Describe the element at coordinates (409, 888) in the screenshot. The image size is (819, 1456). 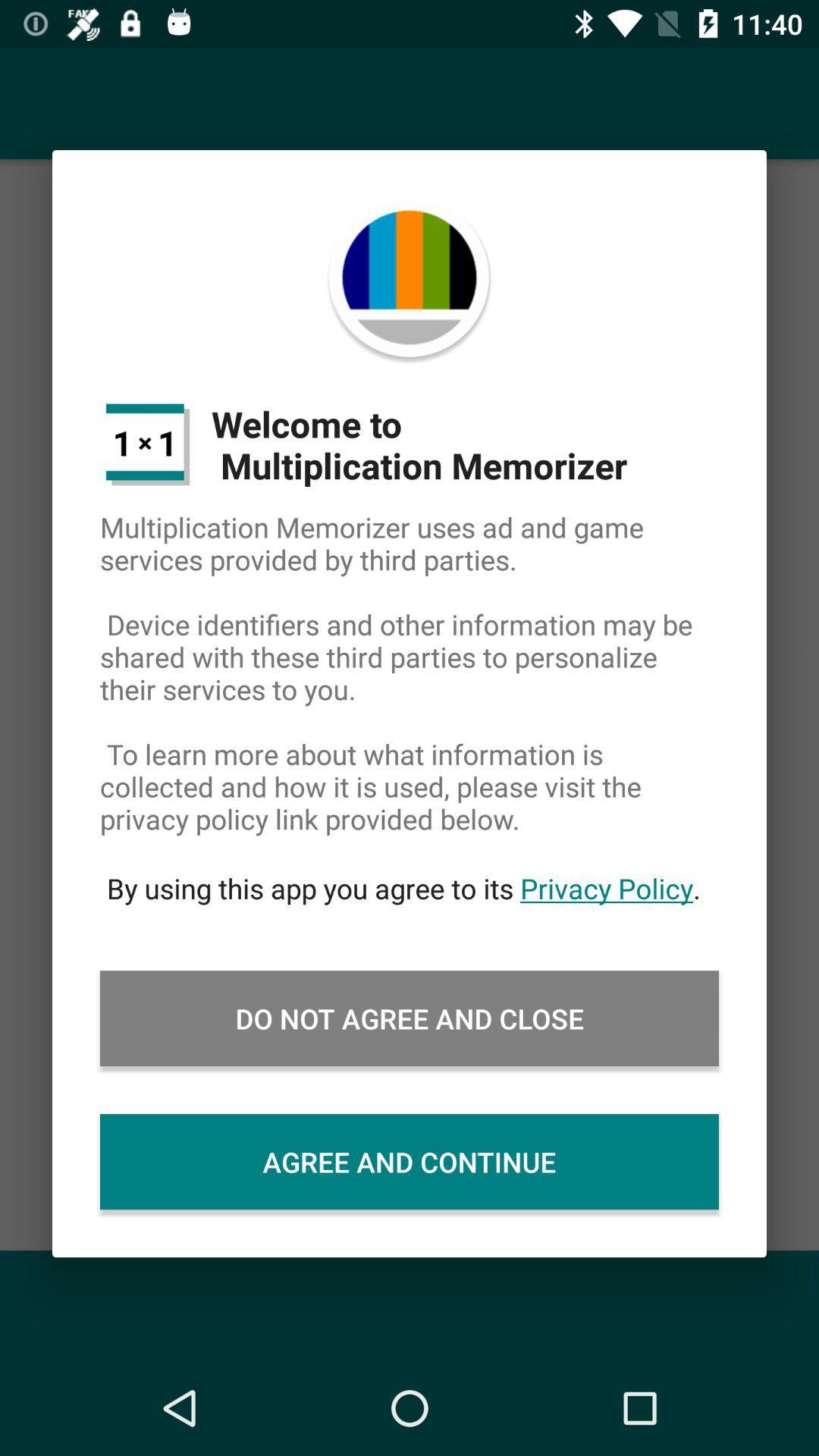
I see `icon above do not agree item` at that location.